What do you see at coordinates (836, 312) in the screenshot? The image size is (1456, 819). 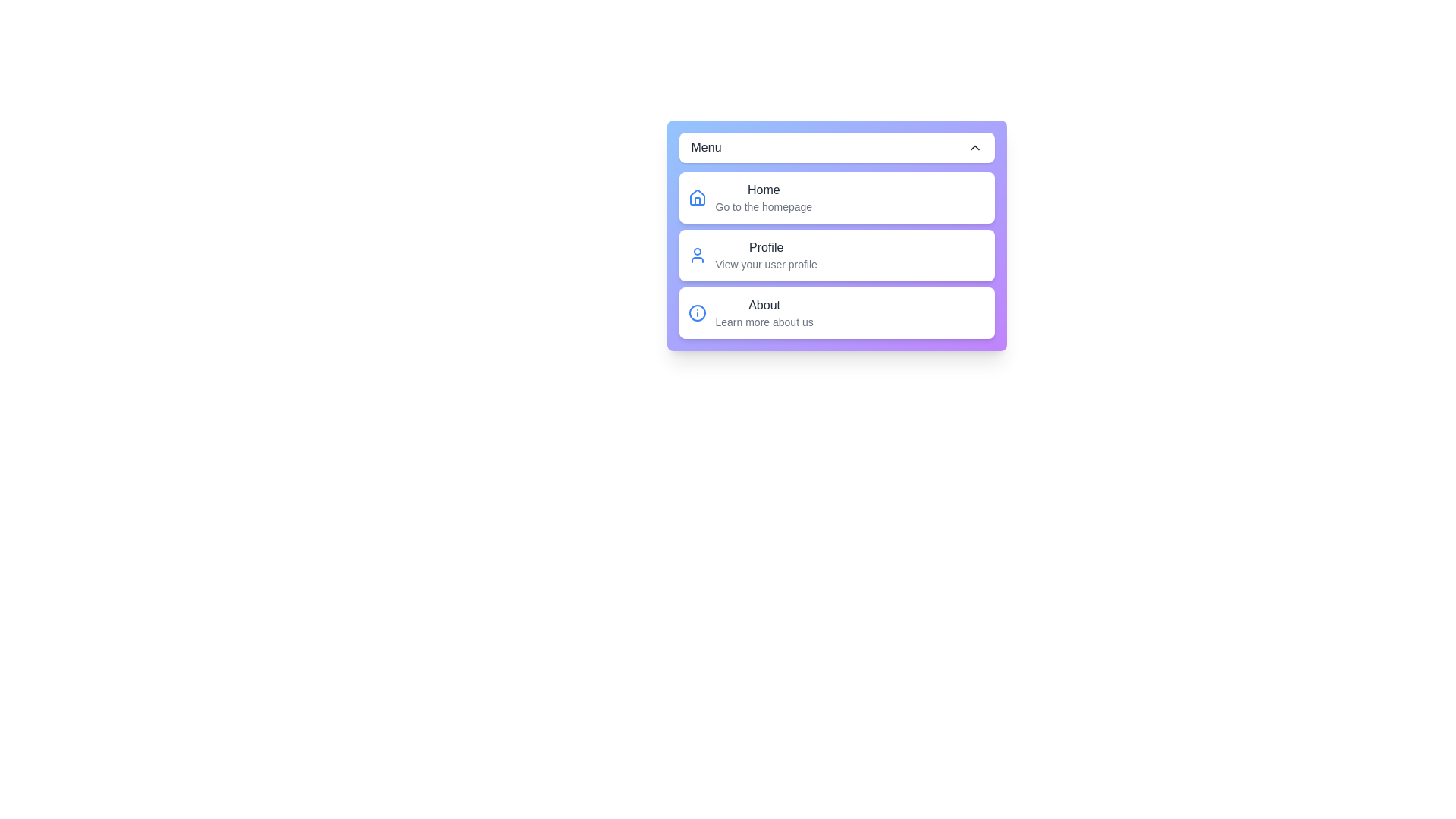 I see `the menu item About to select it` at bounding box center [836, 312].